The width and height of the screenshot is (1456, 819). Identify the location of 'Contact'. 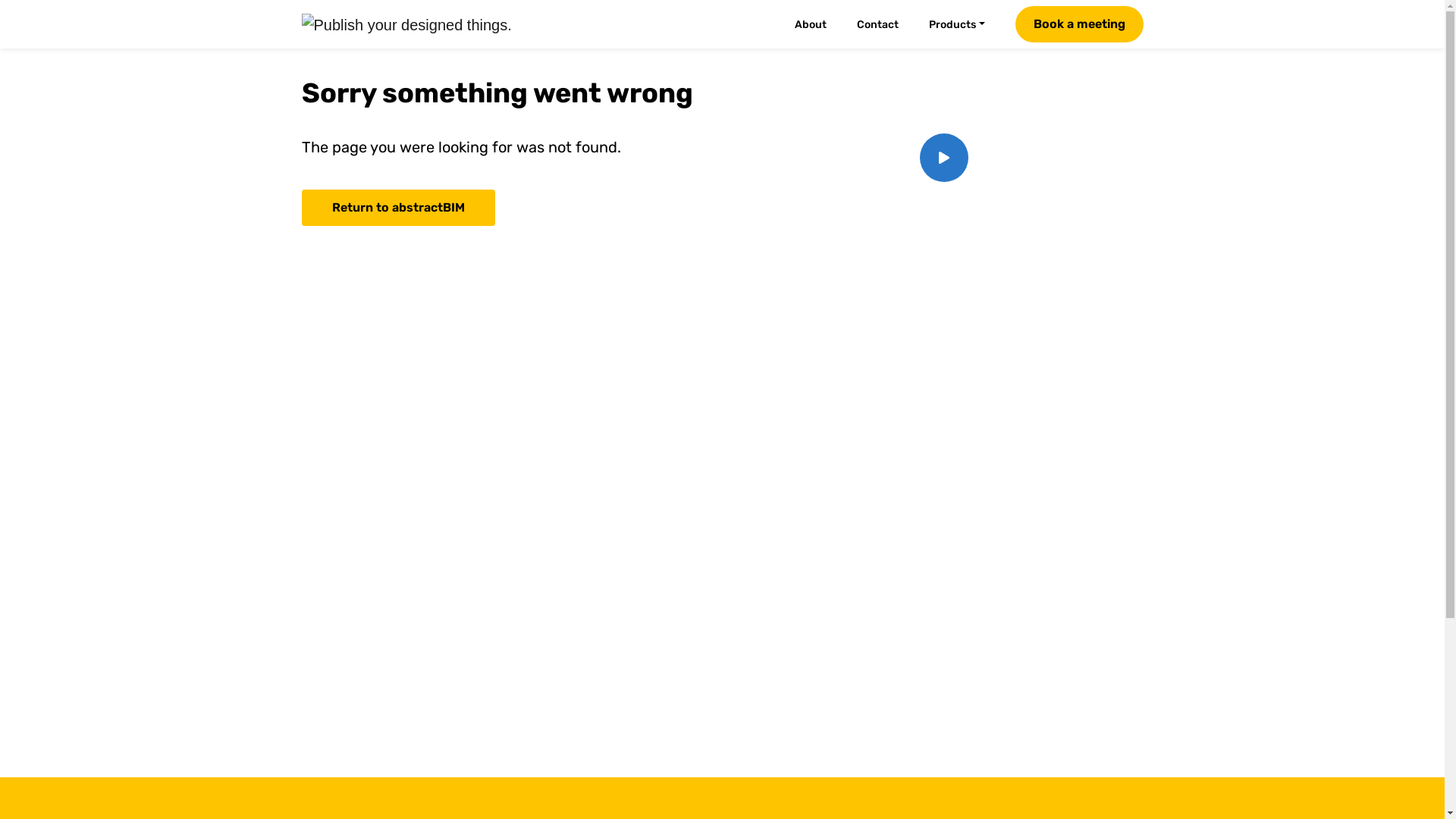
(886, 24).